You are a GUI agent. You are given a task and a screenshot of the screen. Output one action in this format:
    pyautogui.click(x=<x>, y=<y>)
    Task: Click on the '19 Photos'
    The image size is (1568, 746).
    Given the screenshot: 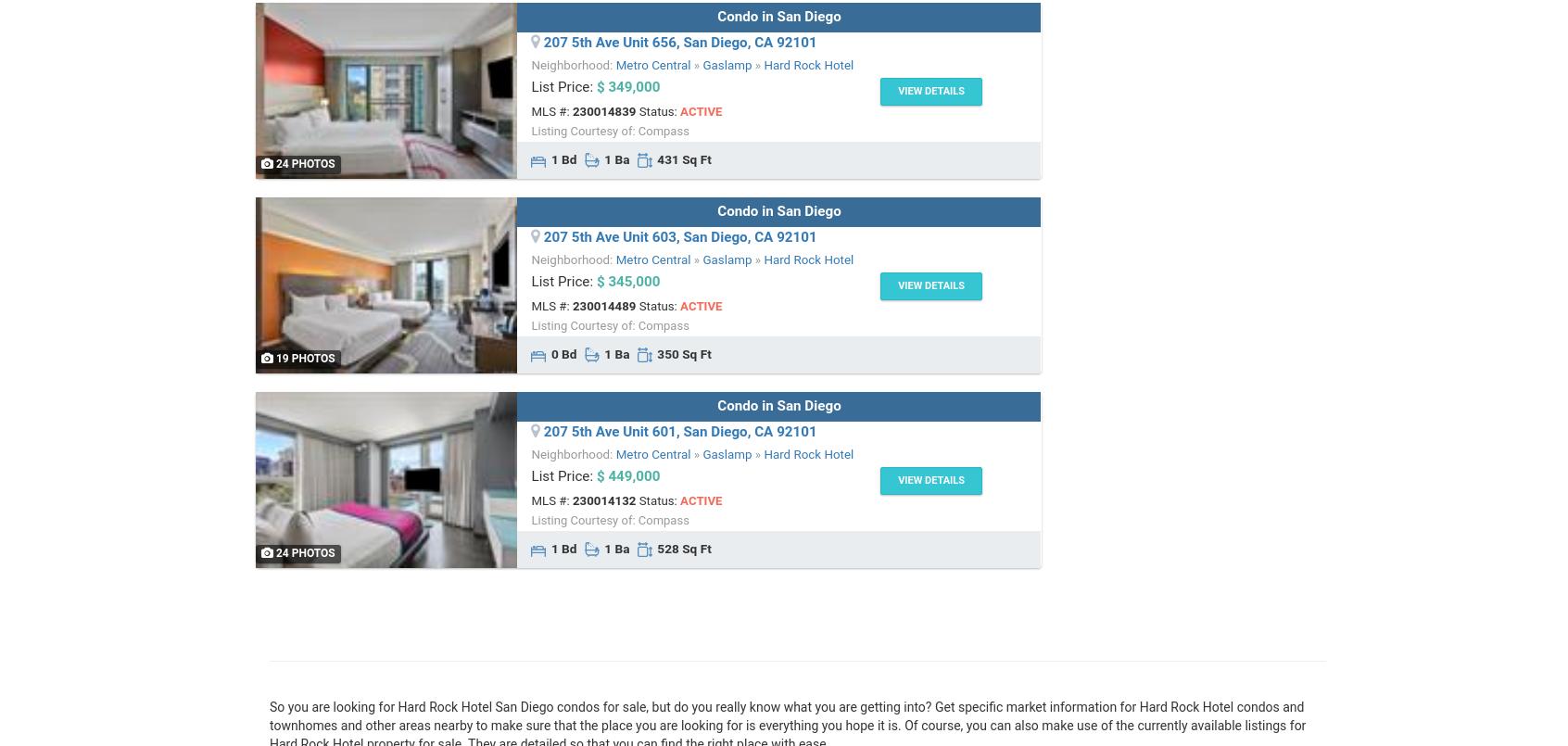 What is the action you would take?
    pyautogui.click(x=272, y=357)
    